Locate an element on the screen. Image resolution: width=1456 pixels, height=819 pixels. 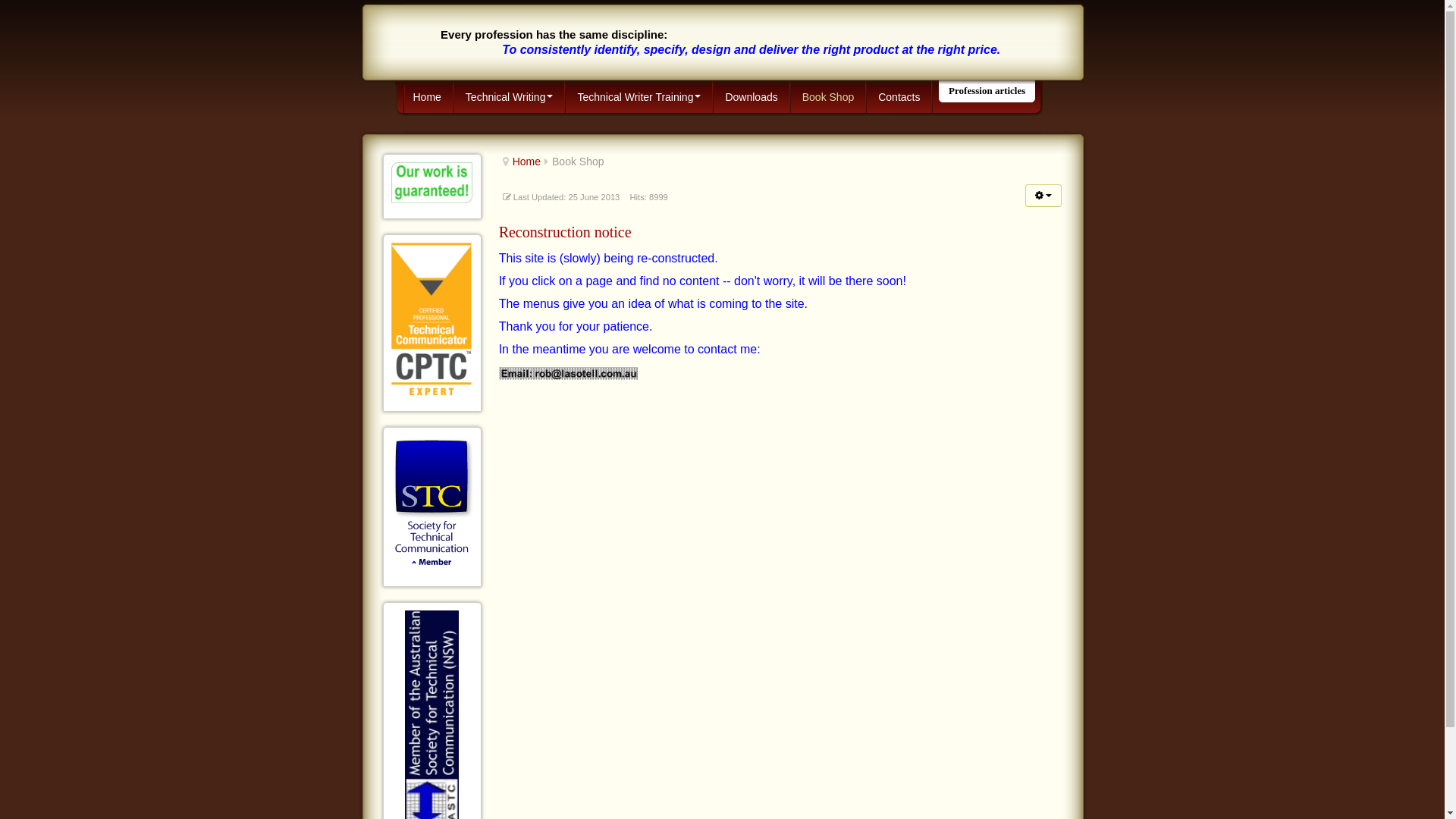
'Profession articles' is located at coordinates (987, 90).